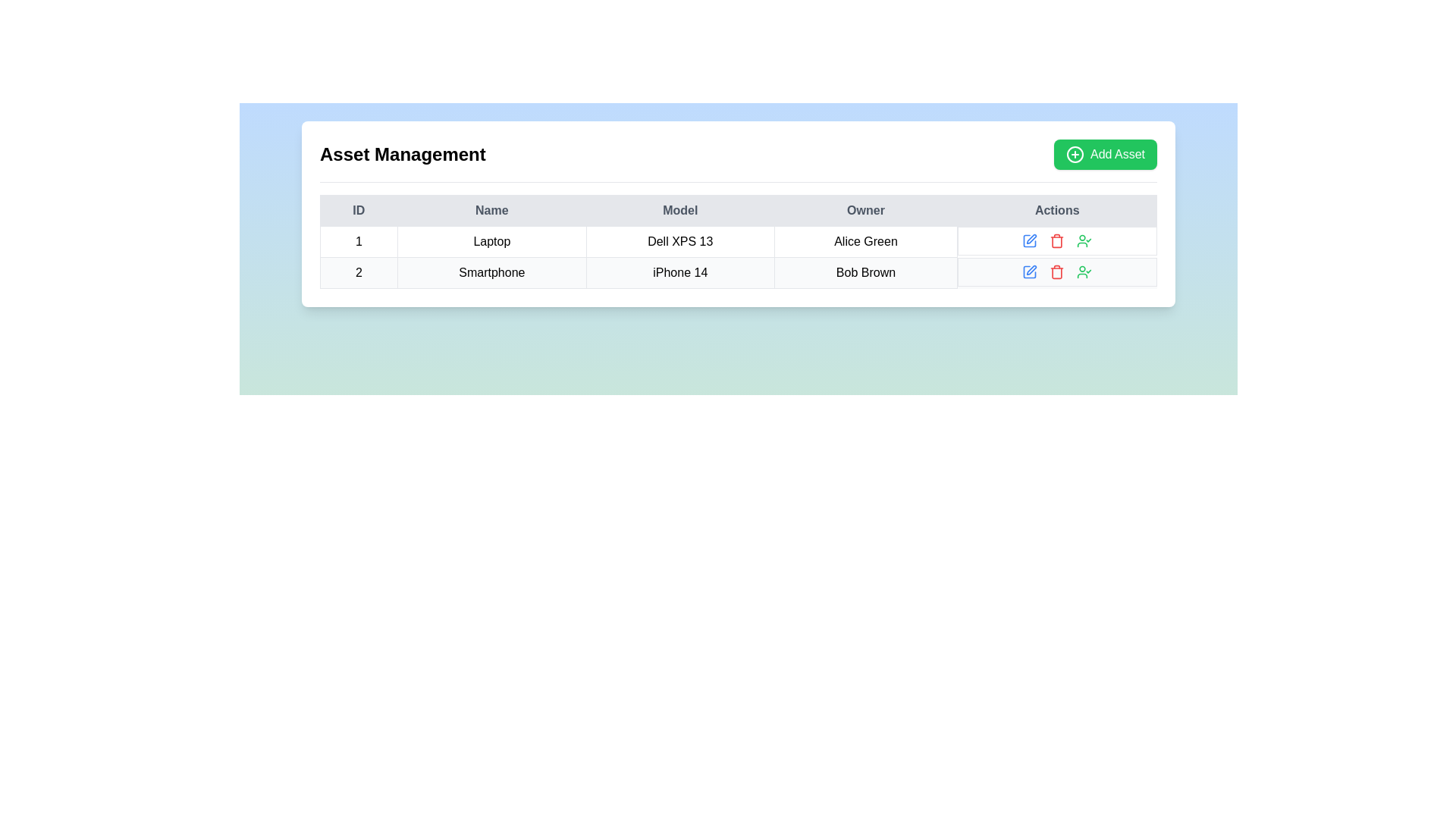 This screenshot has width=1456, height=819. What do you see at coordinates (1074, 155) in the screenshot?
I see `the circular outline of the SVG graphical component located to the left of the 'Add Asset' button in the top-right area of the interface` at bounding box center [1074, 155].